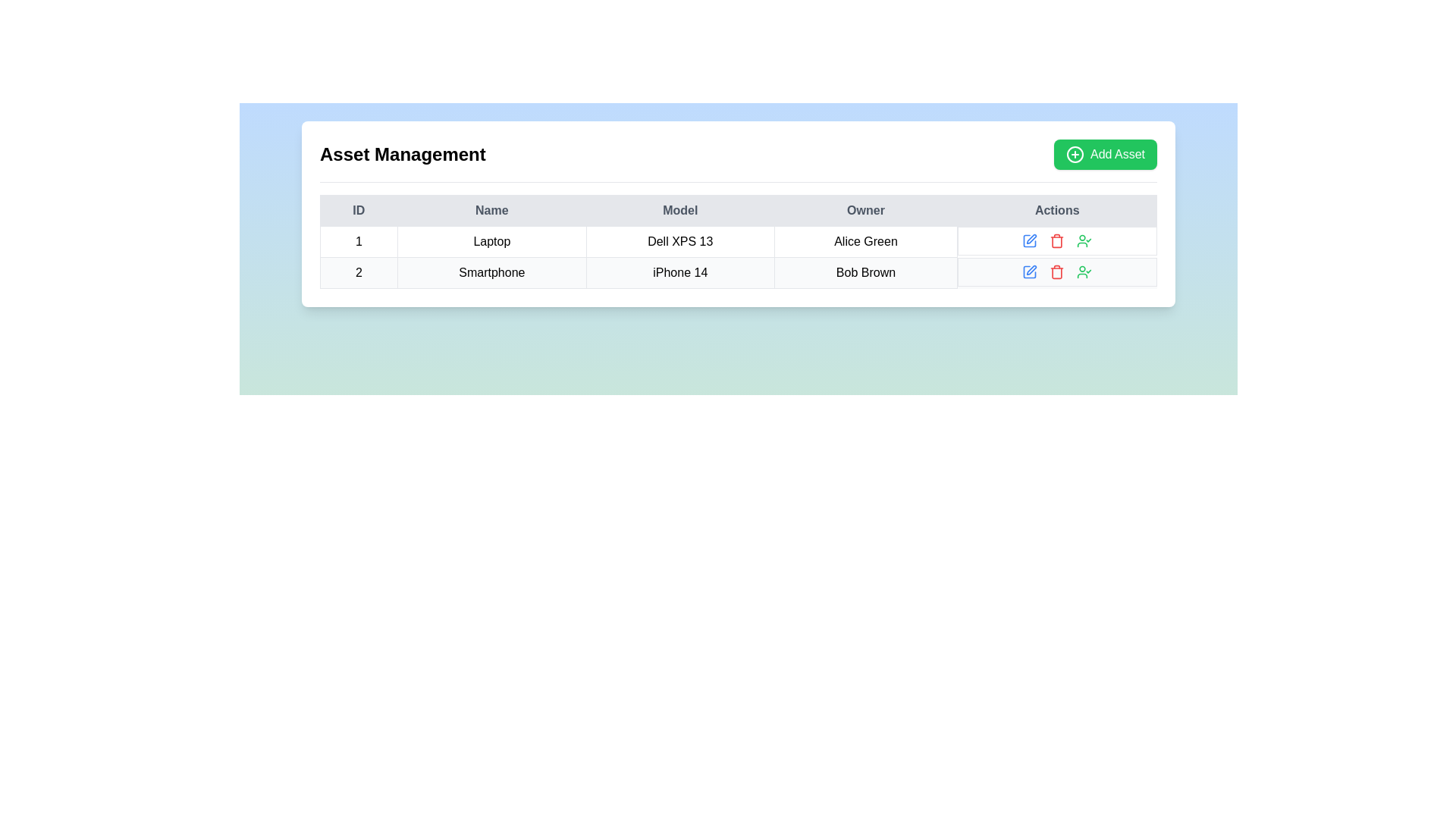 This screenshot has width=1456, height=819. What do you see at coordinates (1074, 155) in the screenshot?
I see `the circular outline of the SVG graphical component located to the left of the 'Add Asset' button in the top-right area of the interface` at bounding box center [1074, 155].